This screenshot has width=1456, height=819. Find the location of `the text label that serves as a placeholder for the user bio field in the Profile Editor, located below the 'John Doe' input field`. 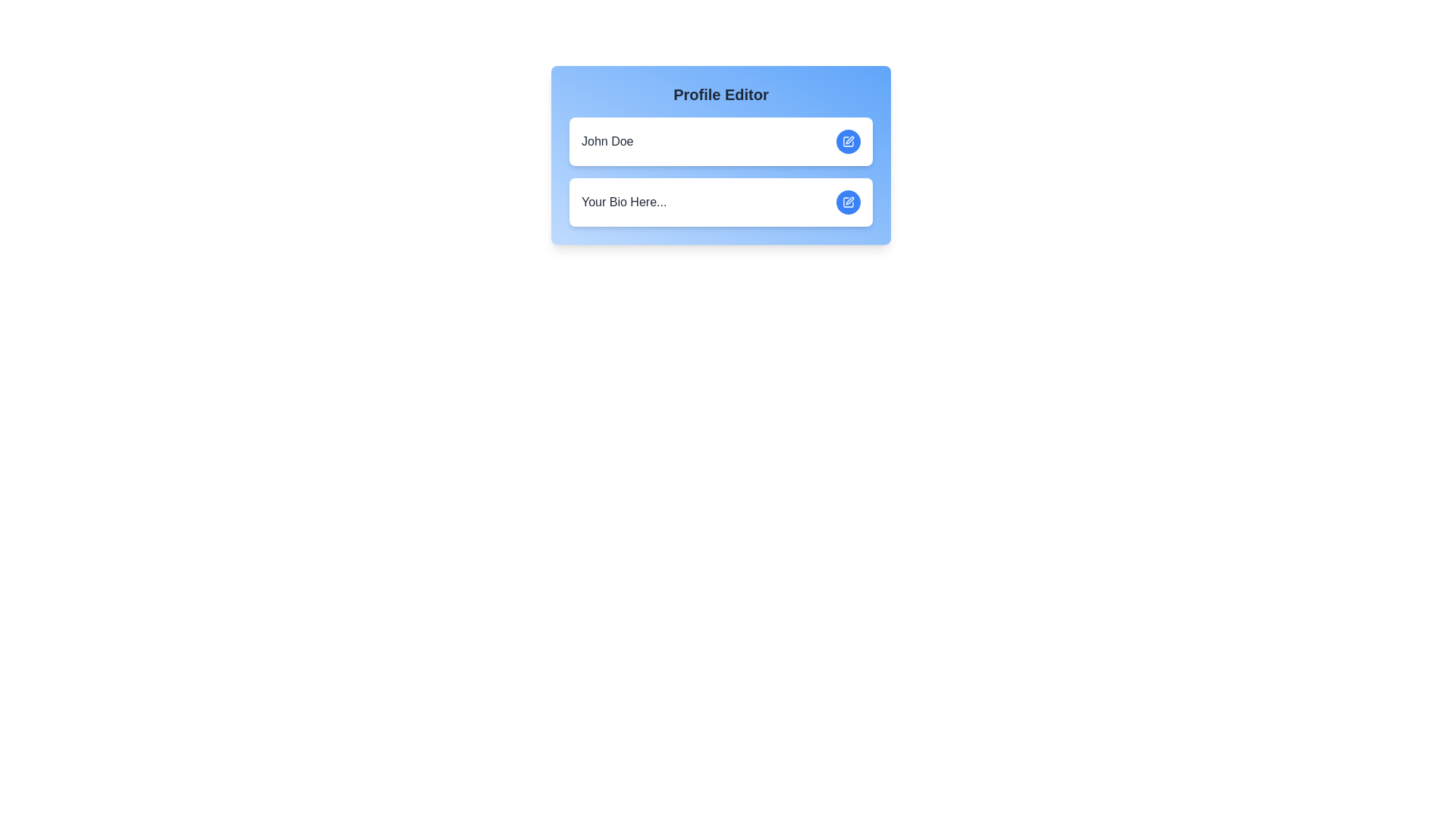

the text label that serves as a placeholder for the user bio field in the Profile Editor, located below the 'John Doe' input field is located at coordinates (624, 201).